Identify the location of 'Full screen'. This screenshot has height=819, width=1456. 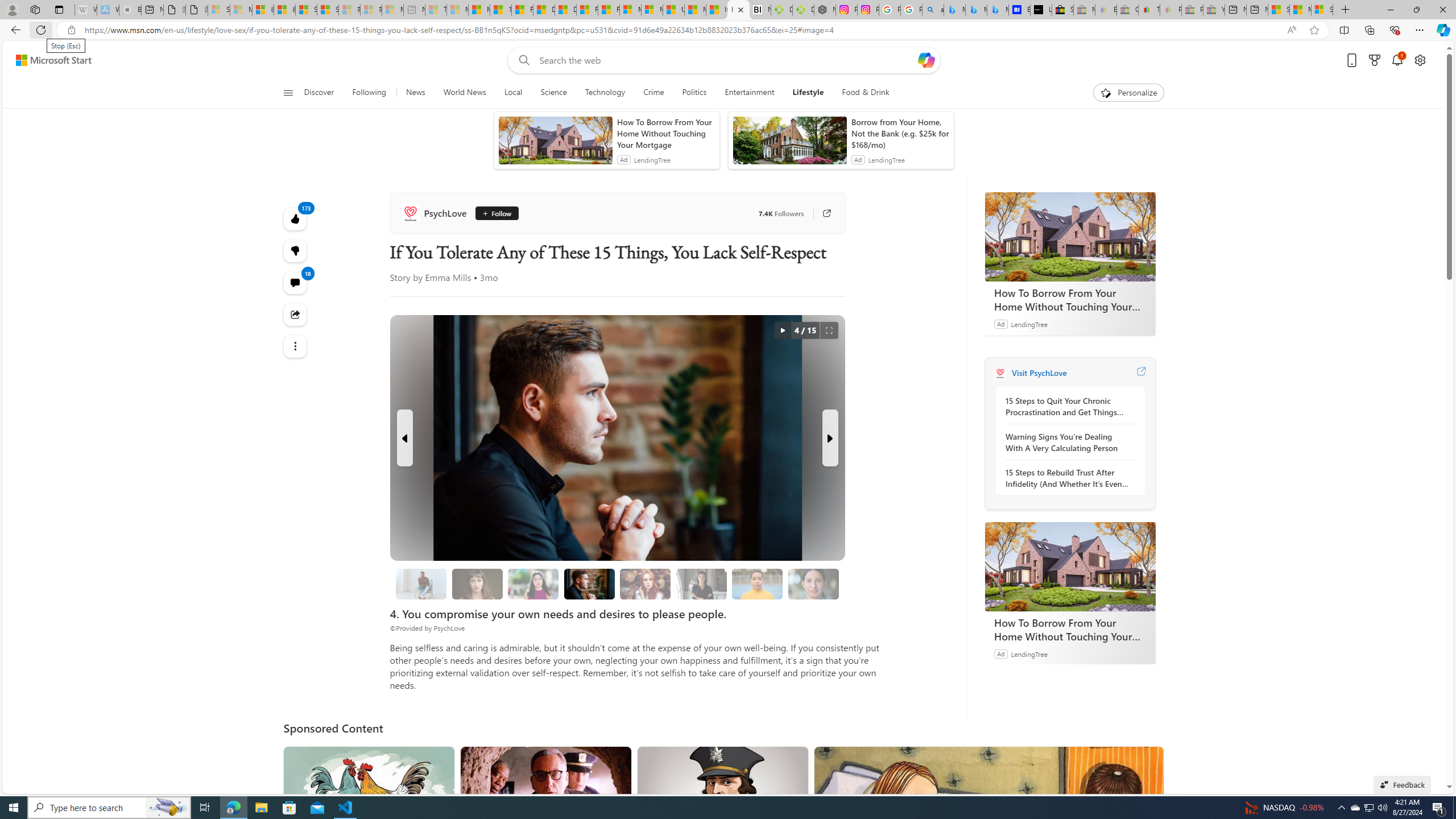
(828, 330).